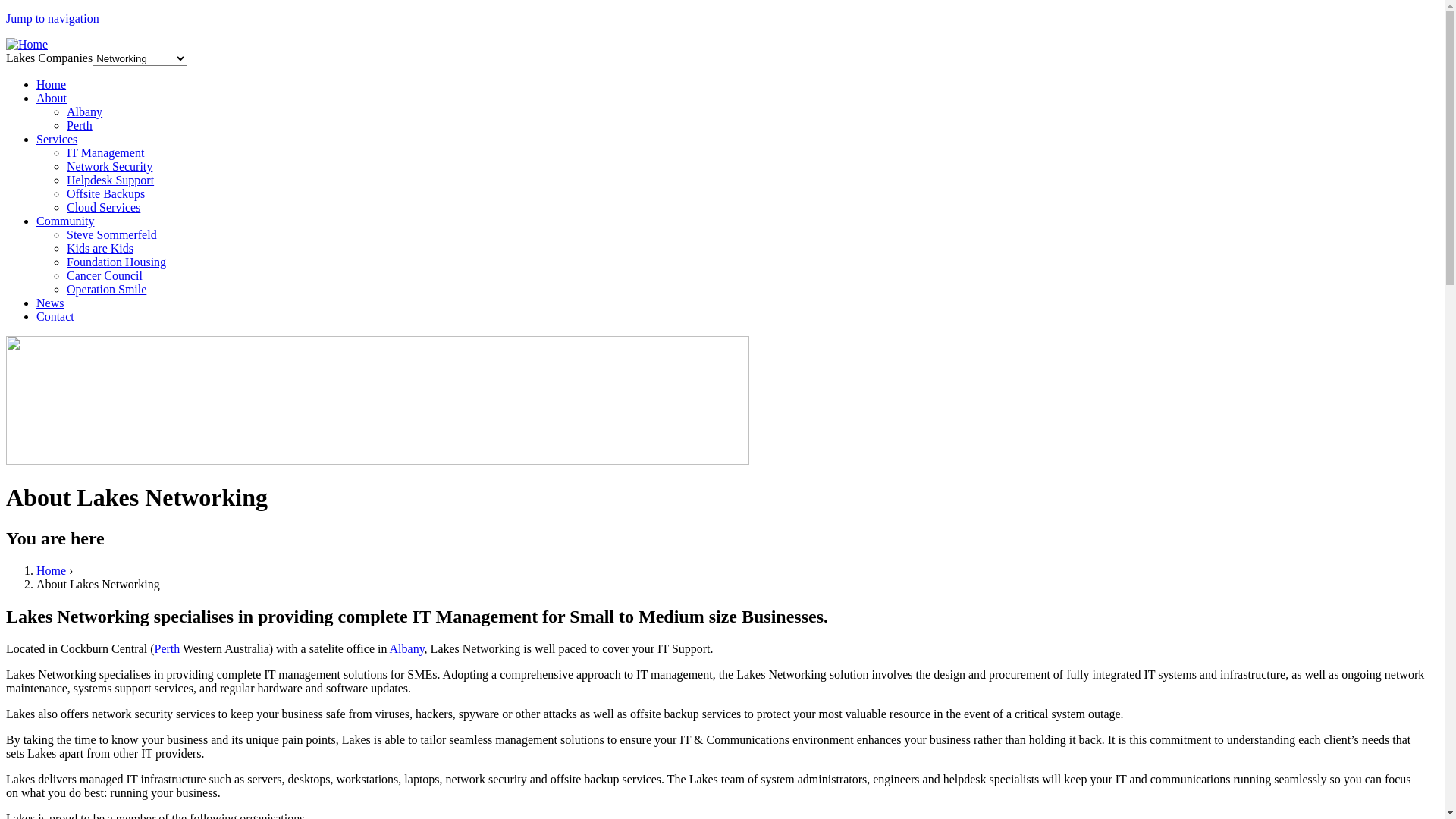  I want to click on 'Services', so click(57, 139).